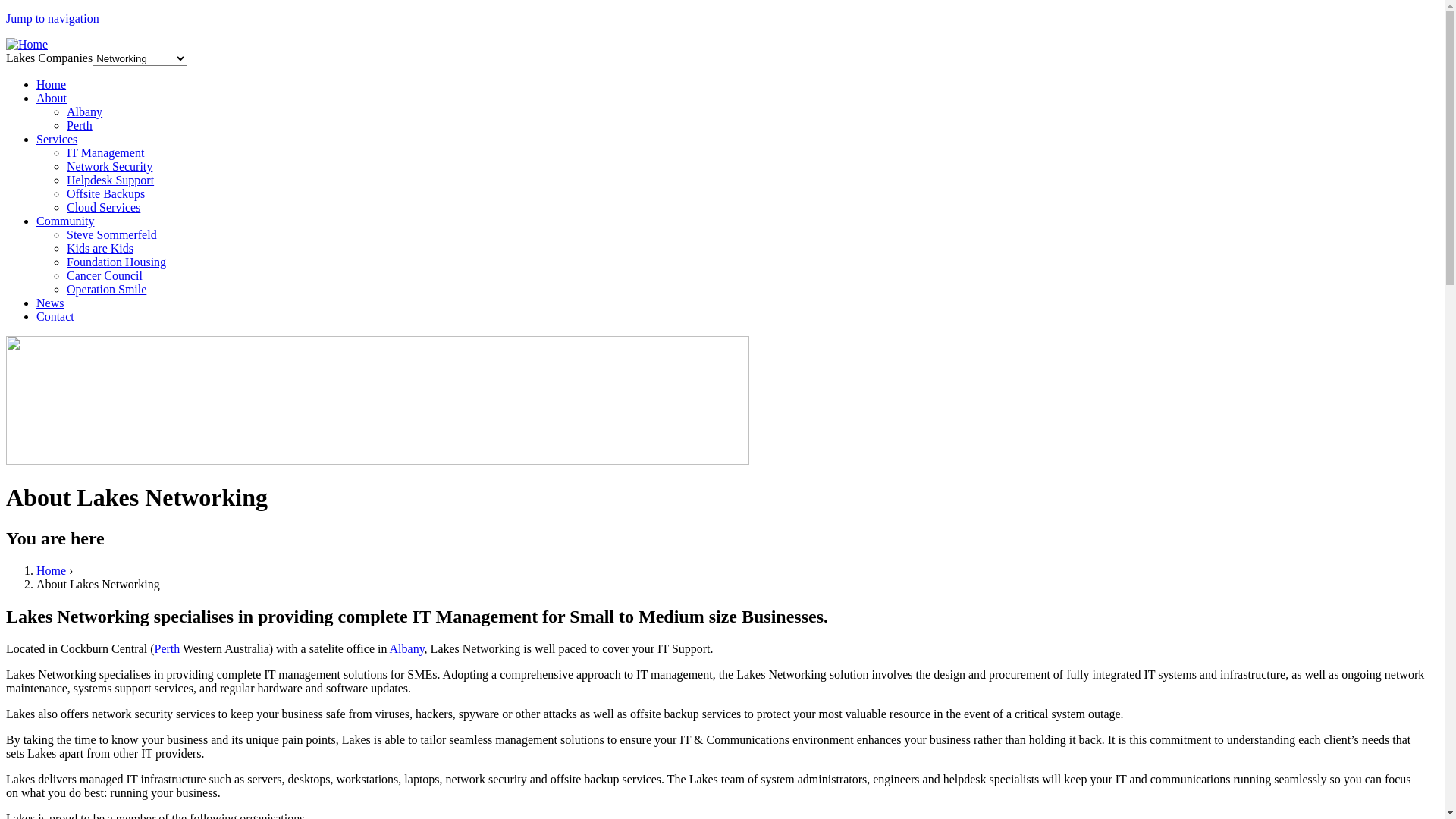  I want to click on 'Services', so click(57, 139).